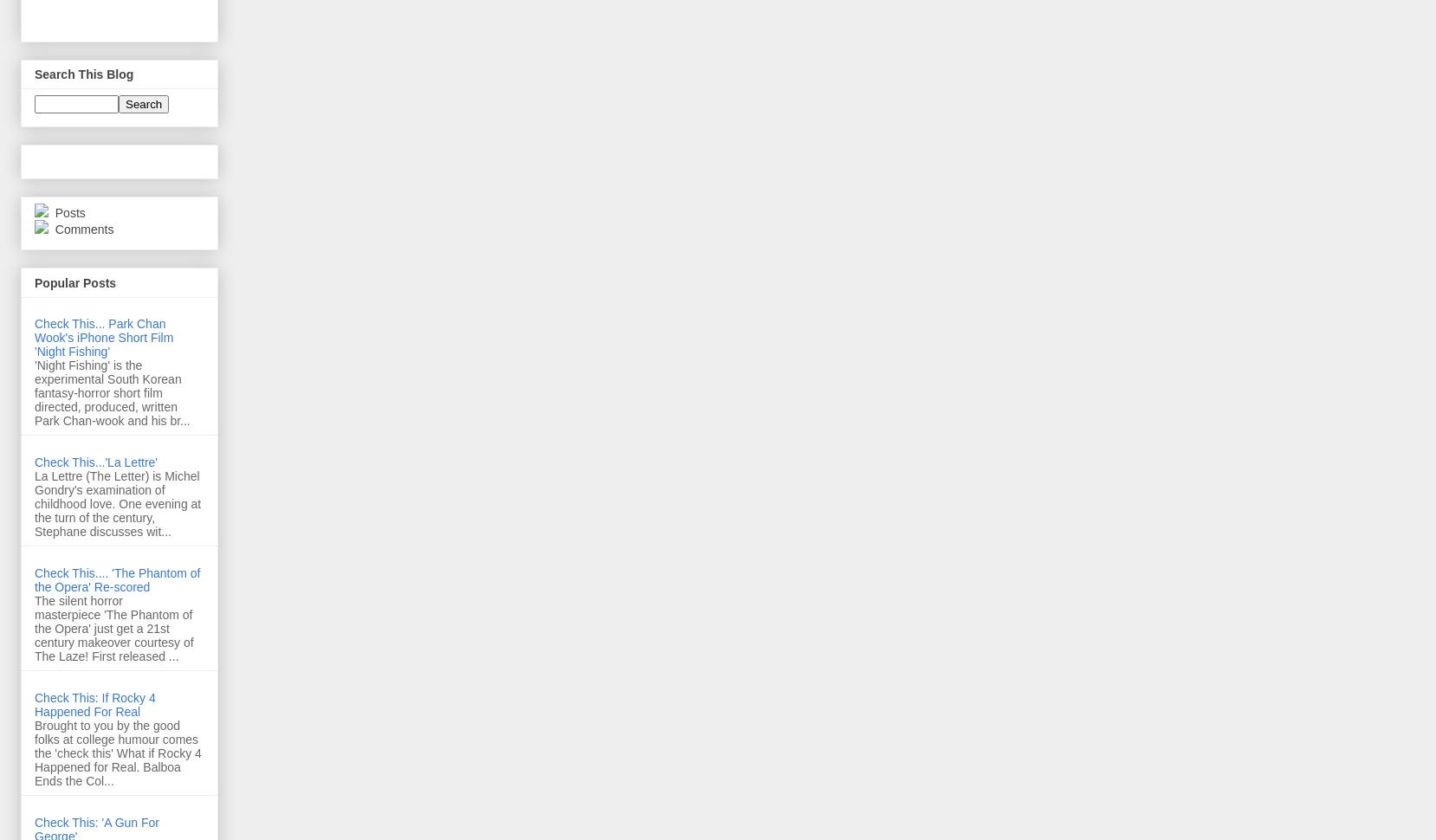 The image size is (1436, 840). Describe the element at coordinates (33, 502) in the screenshot. I see `'La Lettre (The Letter) is Michel Gondry's examination of childhood love. One evening at the turn of the century, Stephane discusses wit...'` at that location.